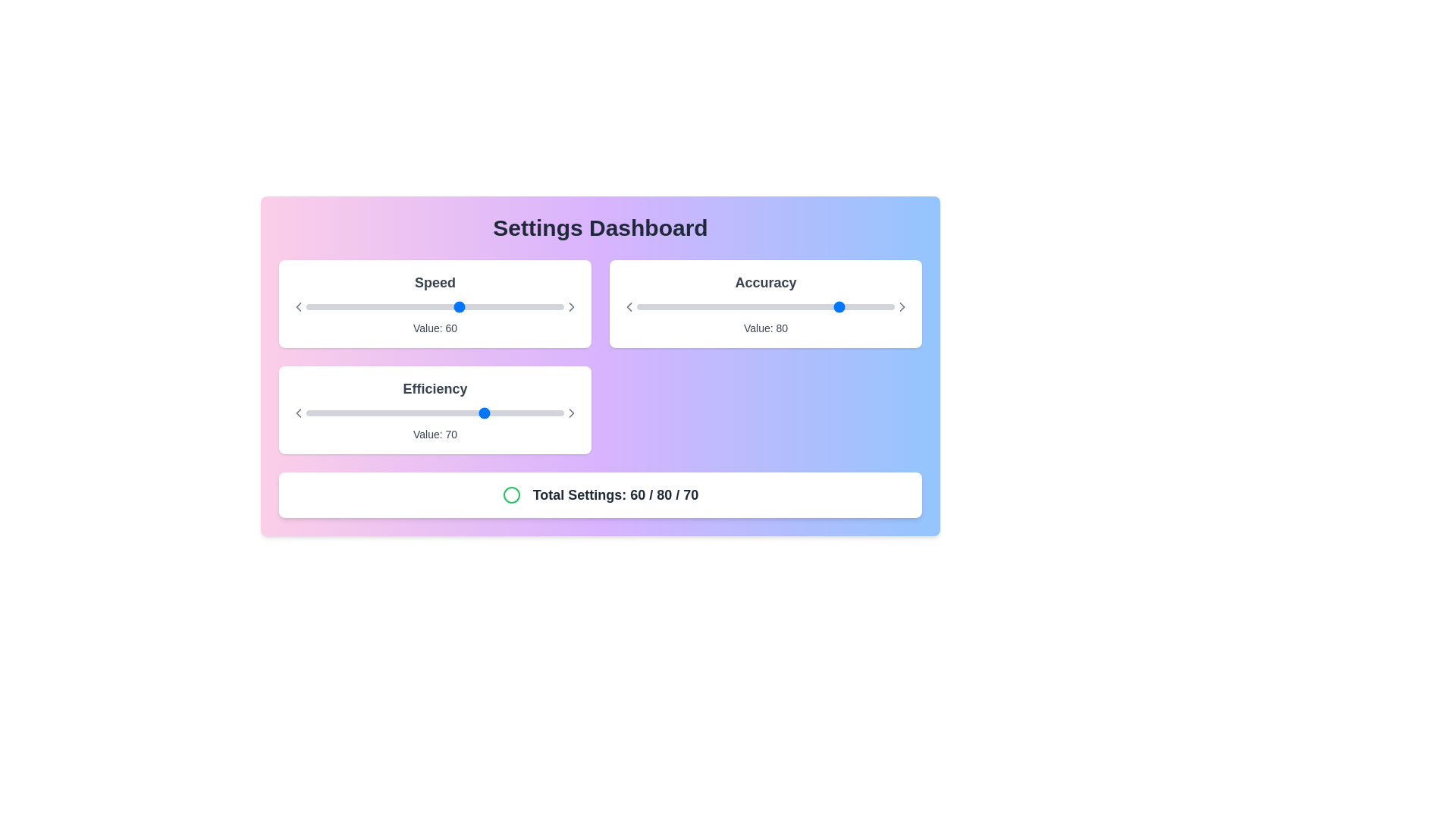 This screenshot has height=819, width=1456. What do you see at coordinates (511, 494) in the screenshot?
I see `the circular graphical icon with a green stroke located to the left of the text 'Total Settings: 60 / 80 / 70'` at bounding box center [511, 494].